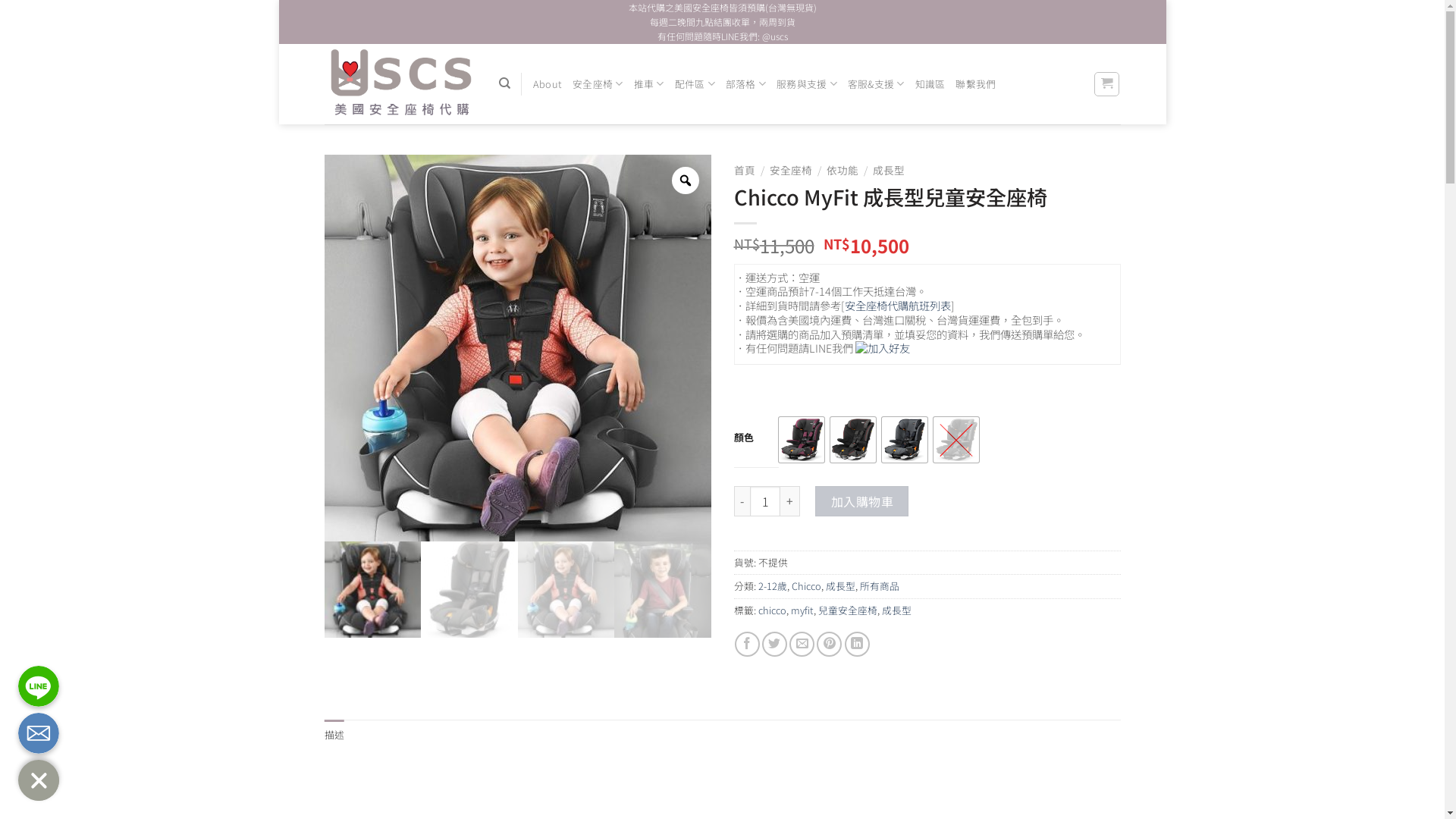 Image resolution: width=1456 pixels, height=819 pixels. Describe the element at coordinates (800, 609) in the screenshot. I see `'myfit'` at that location.